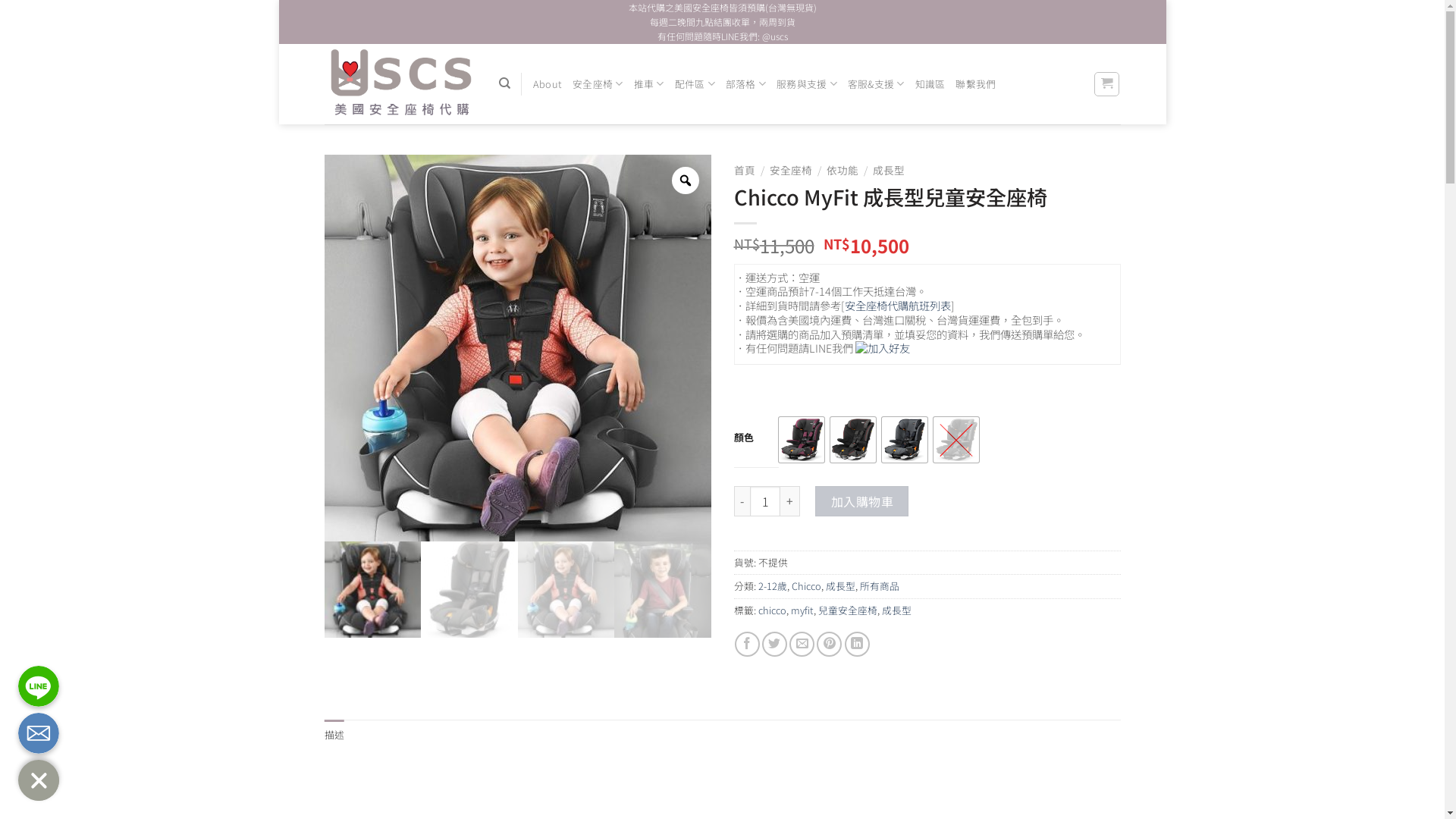 Image resolution: width=1456 pixels, height=819 pixels. Describe the element at coordinates (800, 609) in the screenshot. I see `'myfit'` at that location.